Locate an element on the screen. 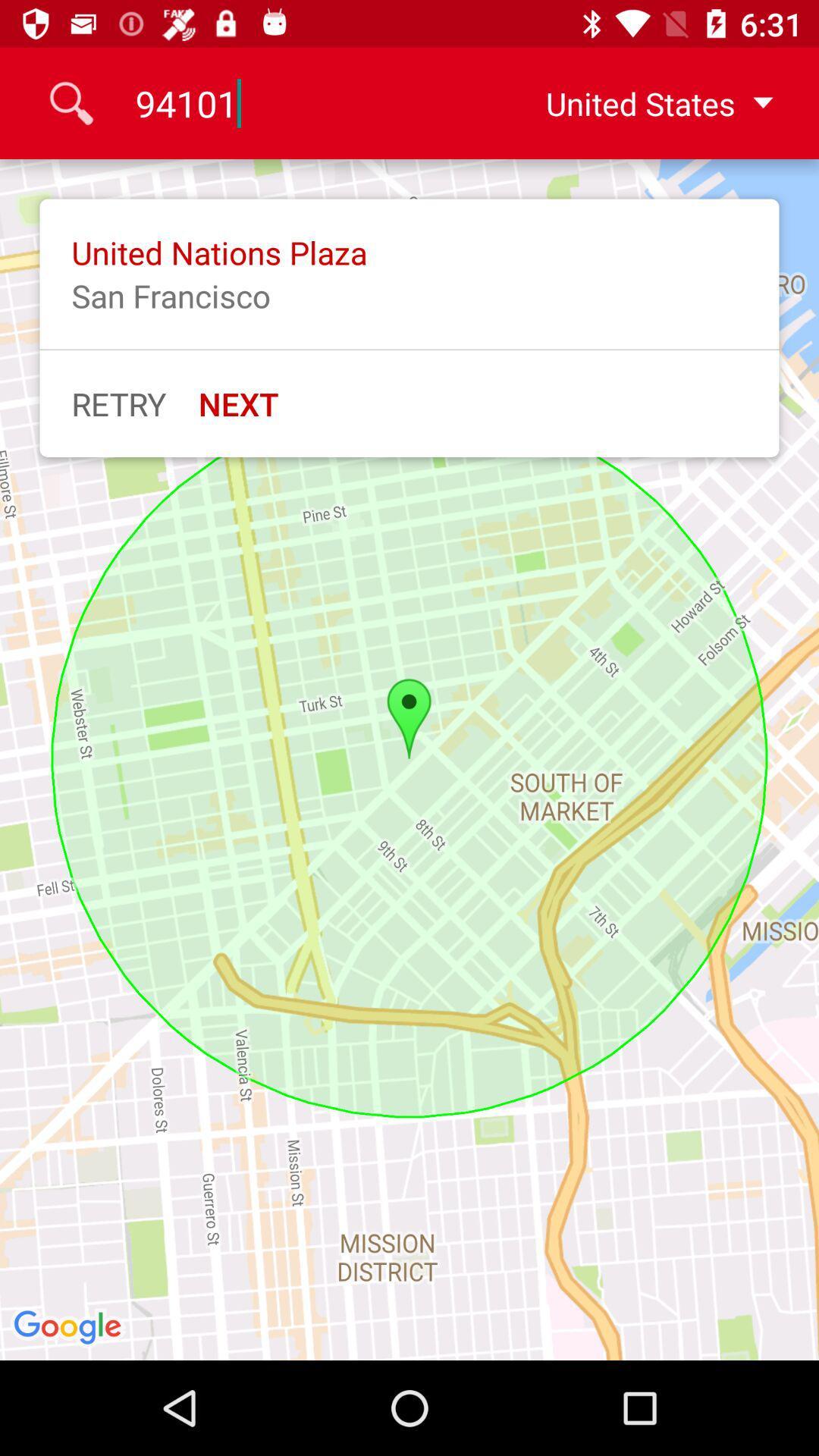 Image resolution: width=819 pixels, height=1456 pixels. retry icon is located at coordinates (118, 403).